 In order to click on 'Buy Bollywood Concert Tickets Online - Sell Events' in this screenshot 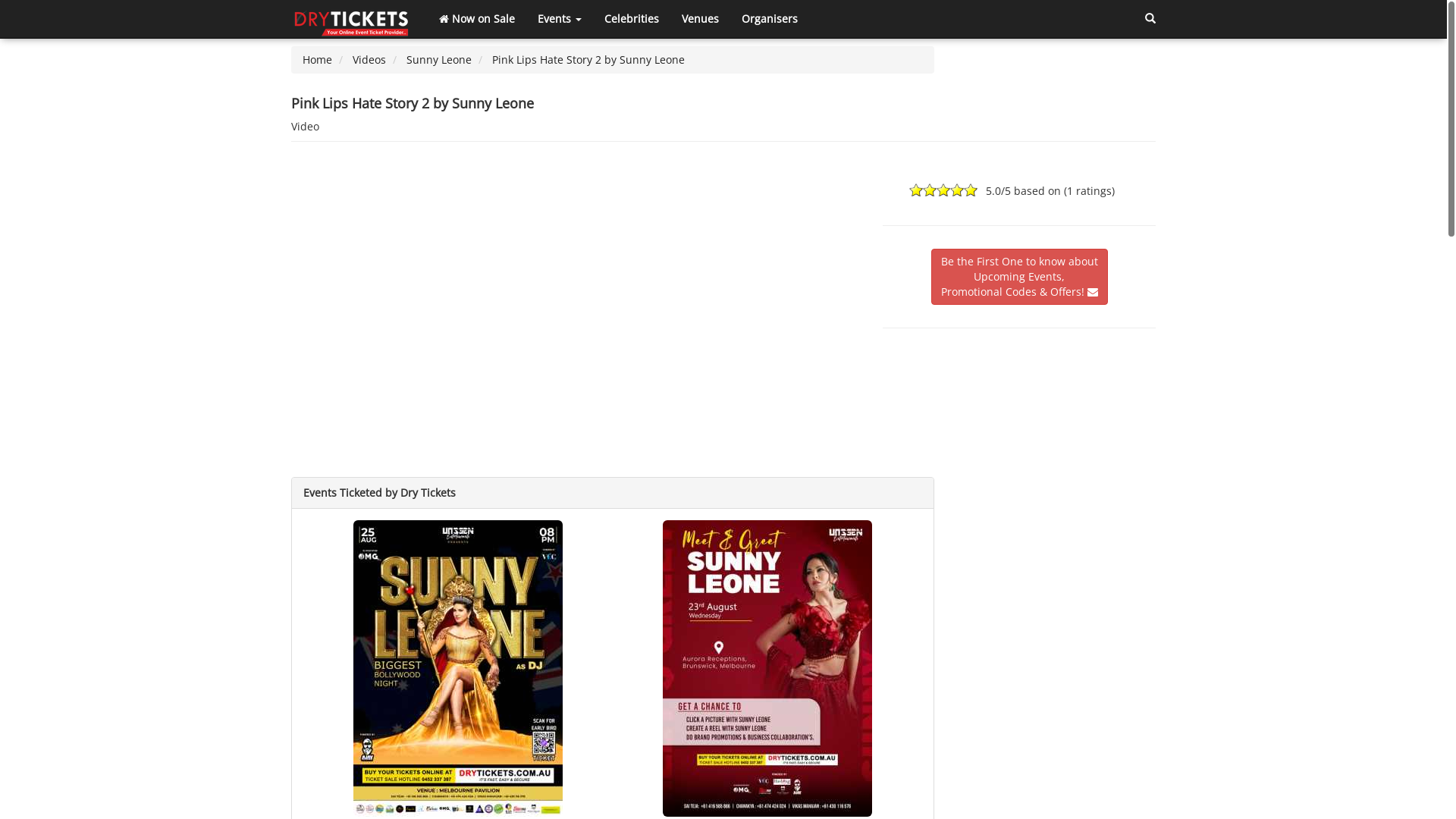, I will do `click(353, 18)`.